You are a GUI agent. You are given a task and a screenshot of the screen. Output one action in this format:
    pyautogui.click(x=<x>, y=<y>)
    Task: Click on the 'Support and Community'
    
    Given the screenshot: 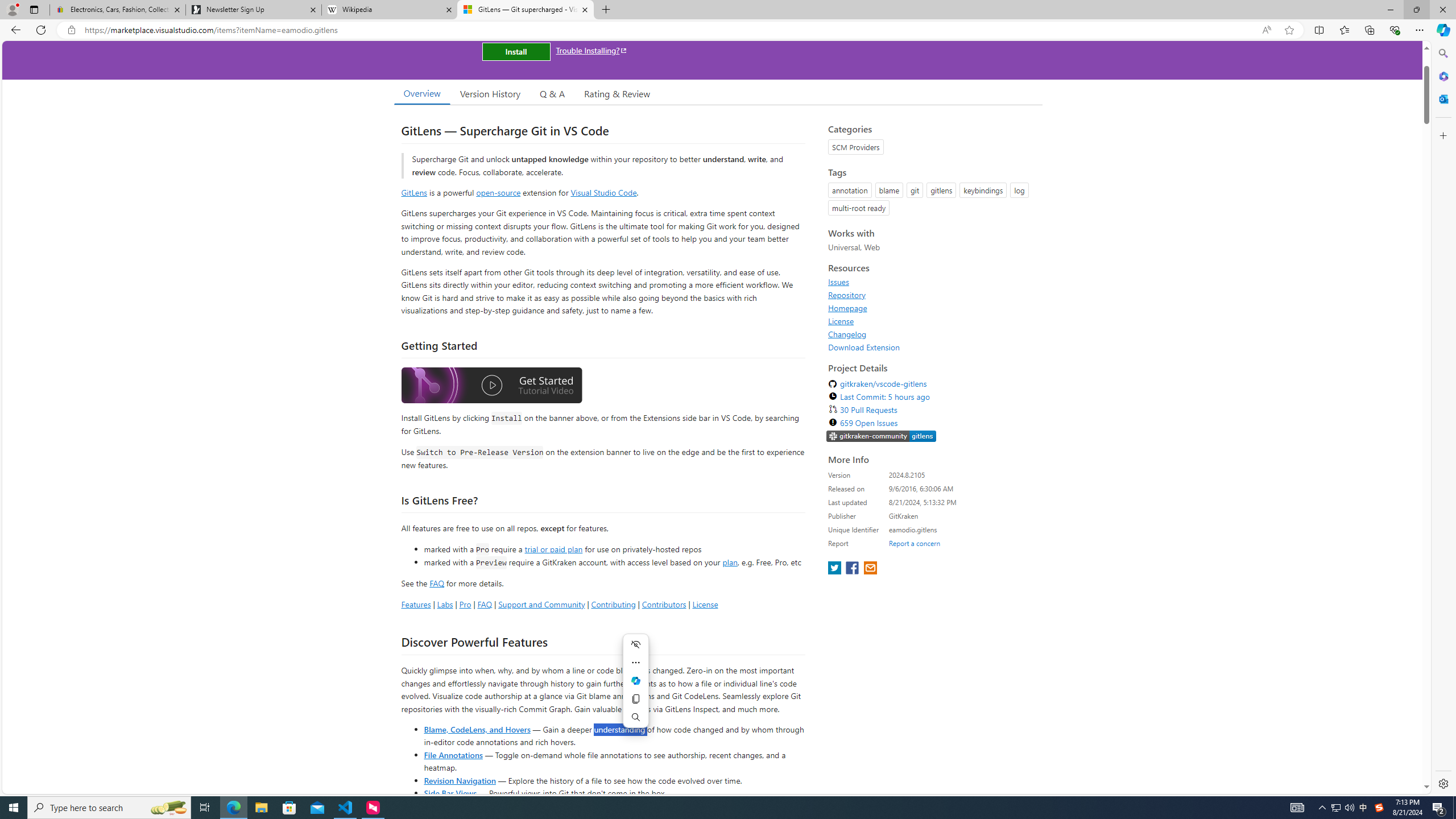 What is the action you would take?
    pyautogui.click(x=541, y=603)
    